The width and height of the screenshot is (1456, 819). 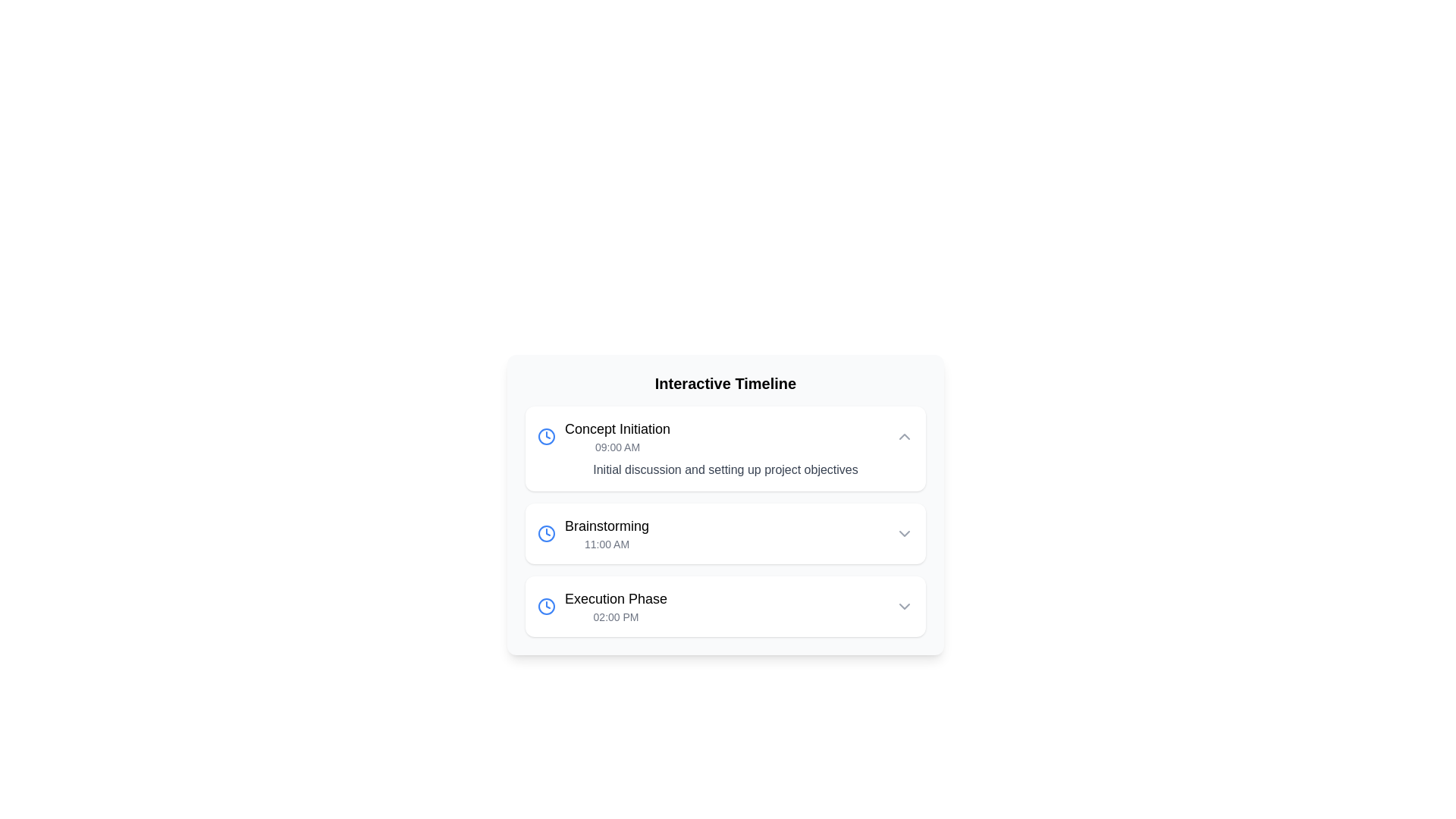 What do you see at coordinates (724, 469) in the screenshot?
I see `descriptive text located below the '09:00 AM' time indicator and heading 'Concept Initiation' in the first card of the vertically aligned timeline` at bounding box center [724, 469].